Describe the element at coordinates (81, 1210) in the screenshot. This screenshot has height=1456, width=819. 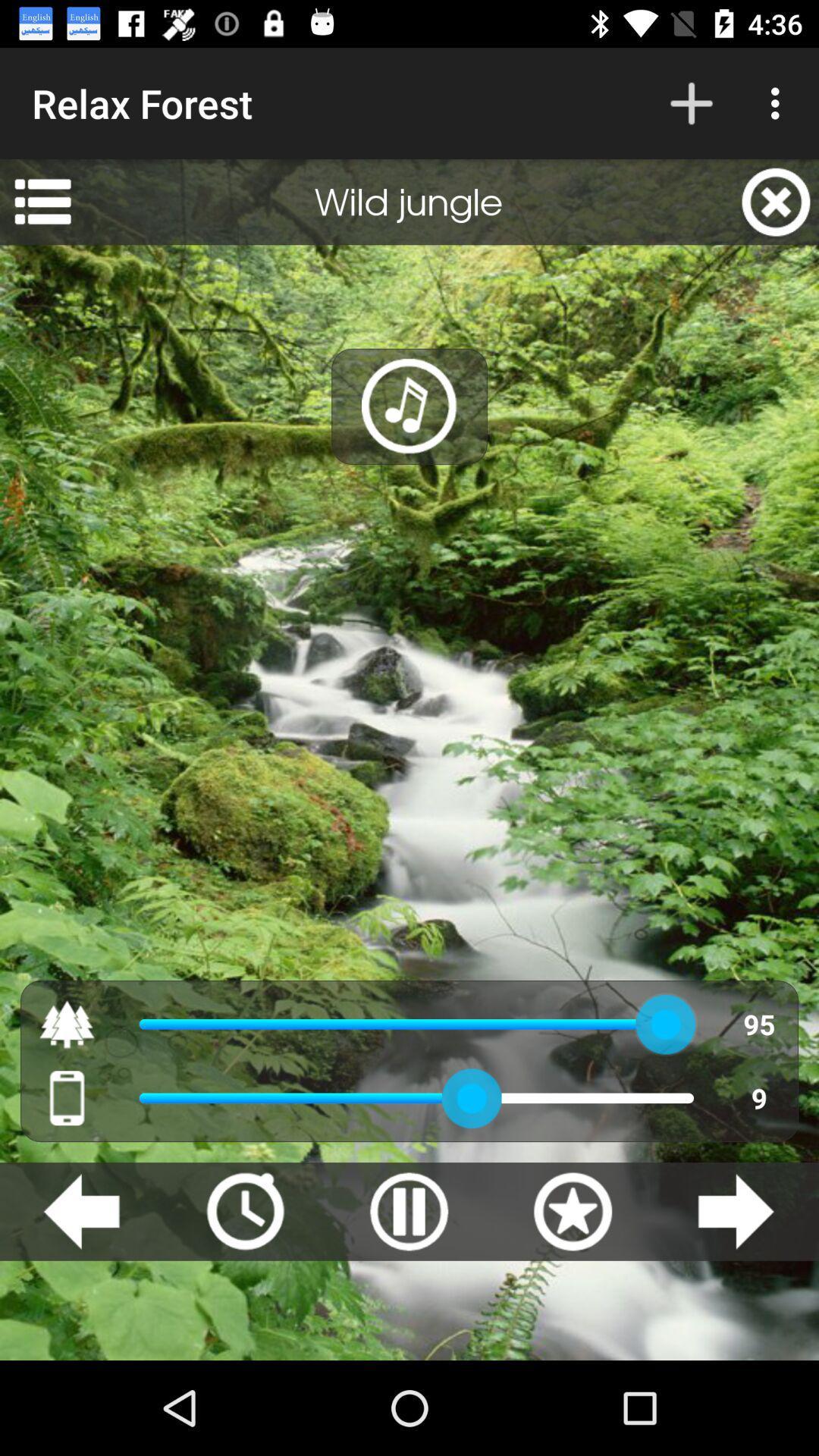
I see `the arrow_backward icon` at that location.